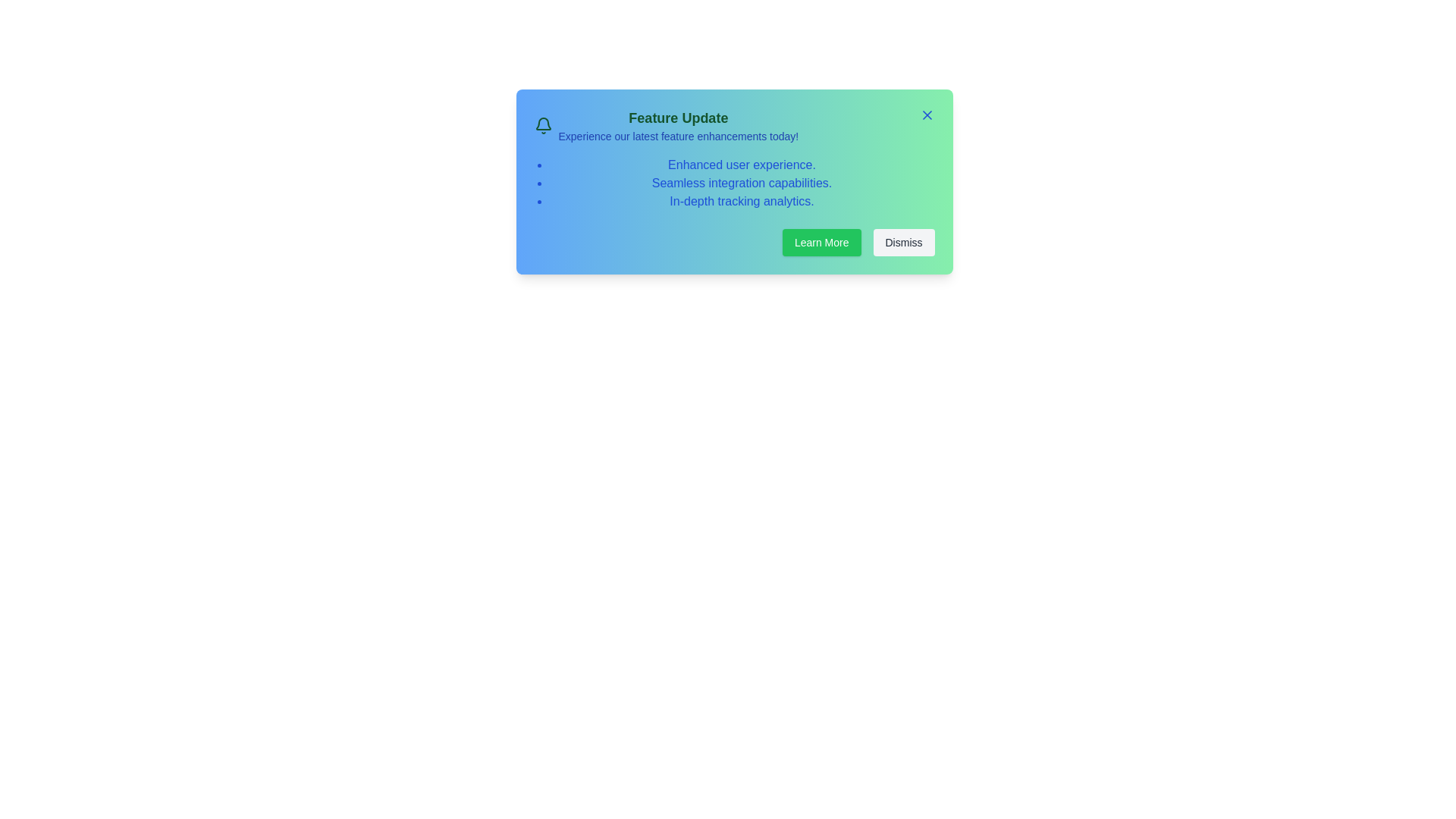  I want to click on the 'Learn More' button to learn more about the feature, so click(821, 242).